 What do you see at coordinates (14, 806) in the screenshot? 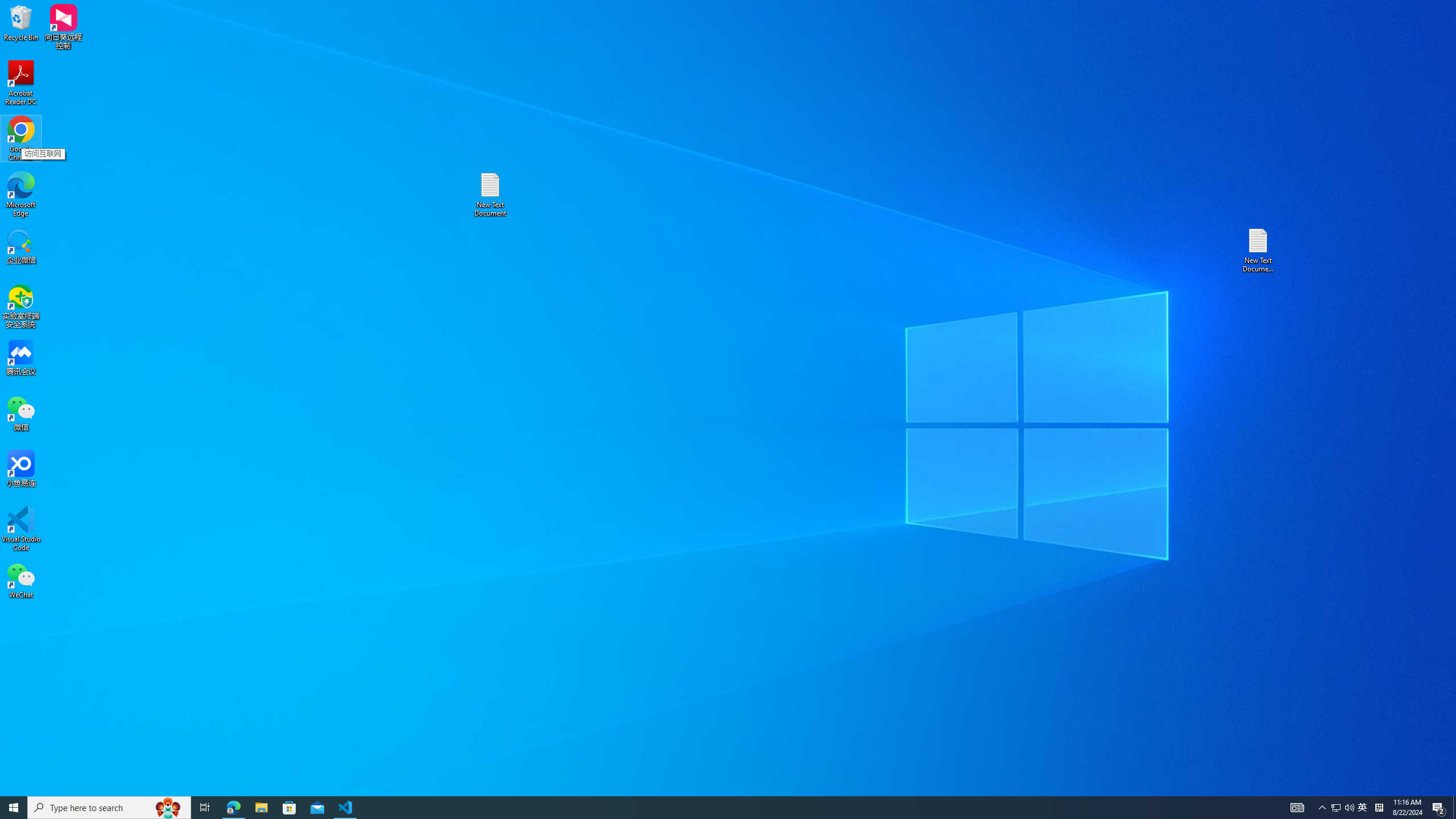
I see `'Start'` at bounding box center [14, 806].